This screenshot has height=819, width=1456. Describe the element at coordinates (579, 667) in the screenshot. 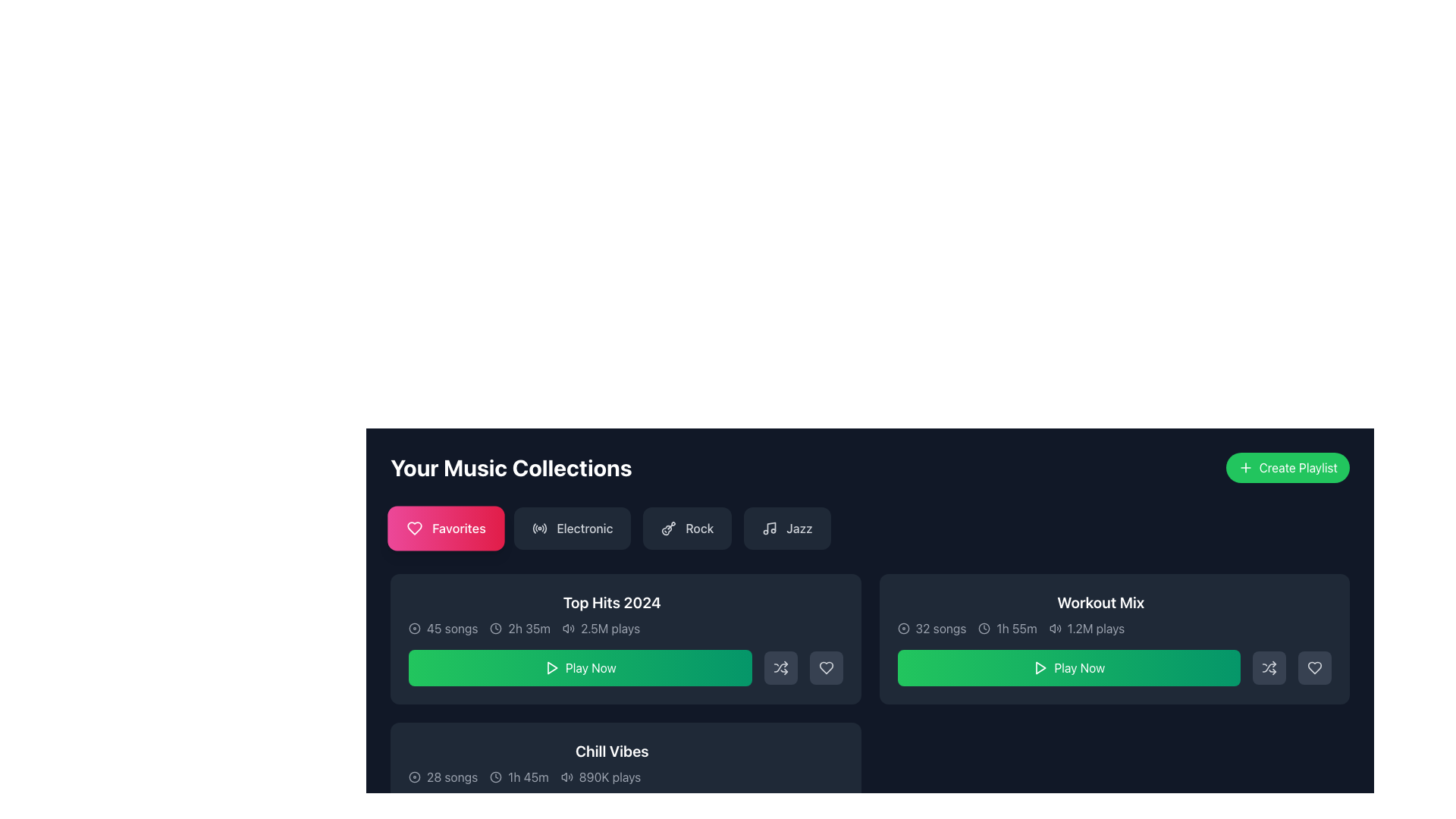

I see `the 'Play Now' button, which is a horizontally rectangular button with a gradient green background and a white play icon, located below the 'Top Hits 2024' section in the music collection interface` at that location.